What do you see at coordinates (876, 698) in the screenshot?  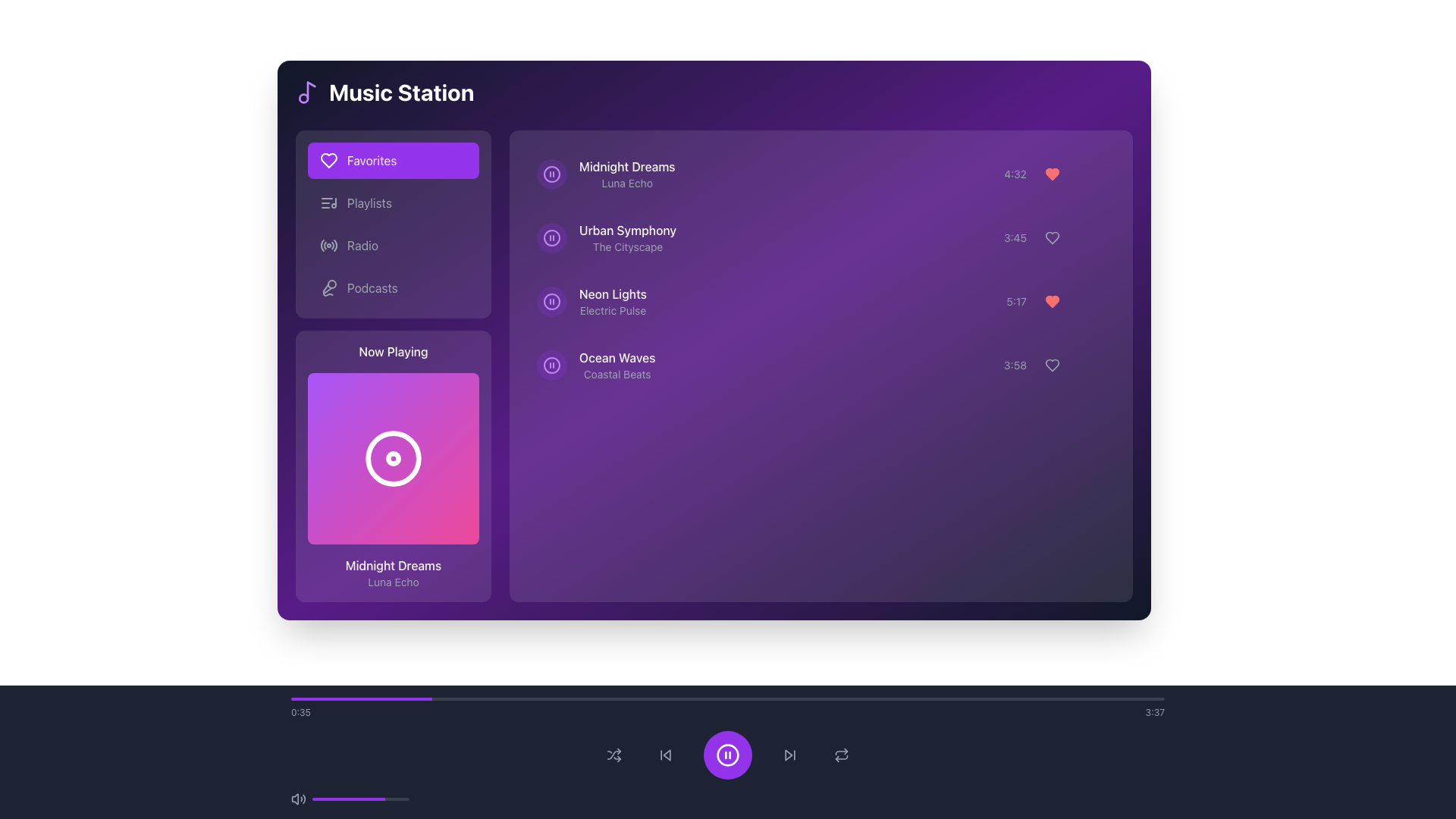 I see `playback progress` at bounding box center [876, 698].